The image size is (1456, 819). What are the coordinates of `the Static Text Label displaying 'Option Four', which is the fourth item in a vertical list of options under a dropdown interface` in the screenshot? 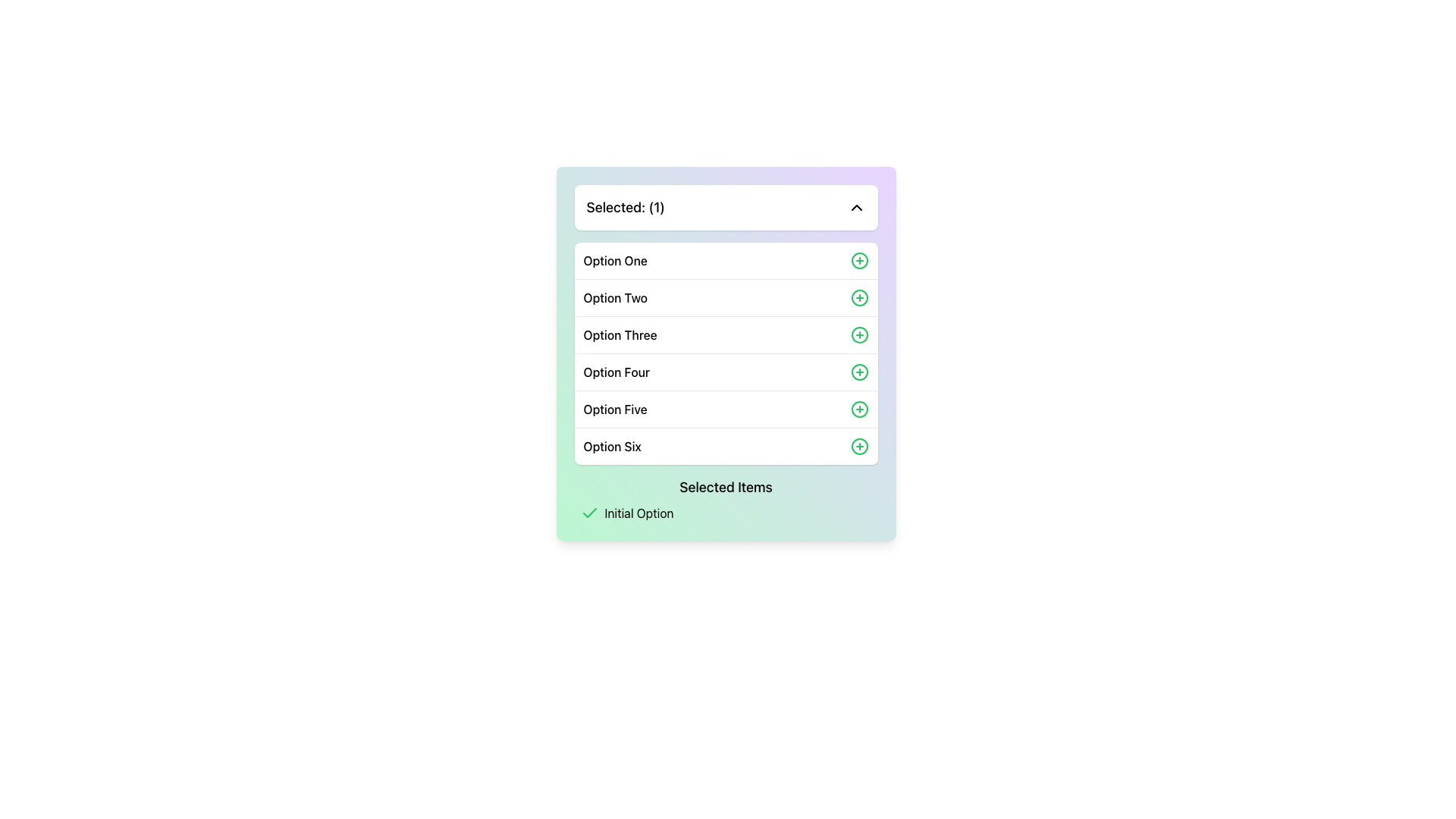 It's located at (617, 372).